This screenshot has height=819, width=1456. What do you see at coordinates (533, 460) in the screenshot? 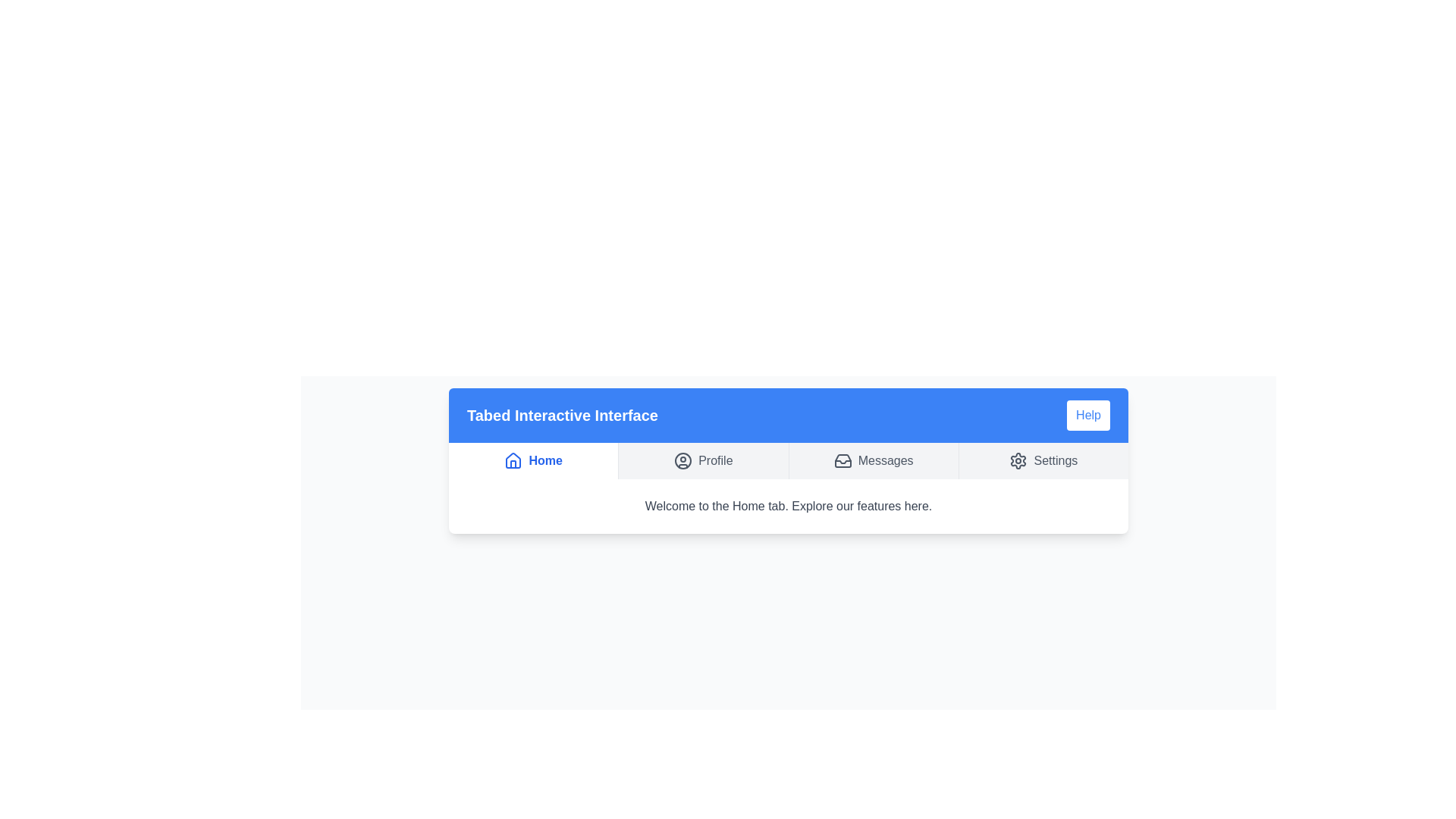
I see `the 'Home' interactive button in the navigation bar` at bounding box center [533, 460].